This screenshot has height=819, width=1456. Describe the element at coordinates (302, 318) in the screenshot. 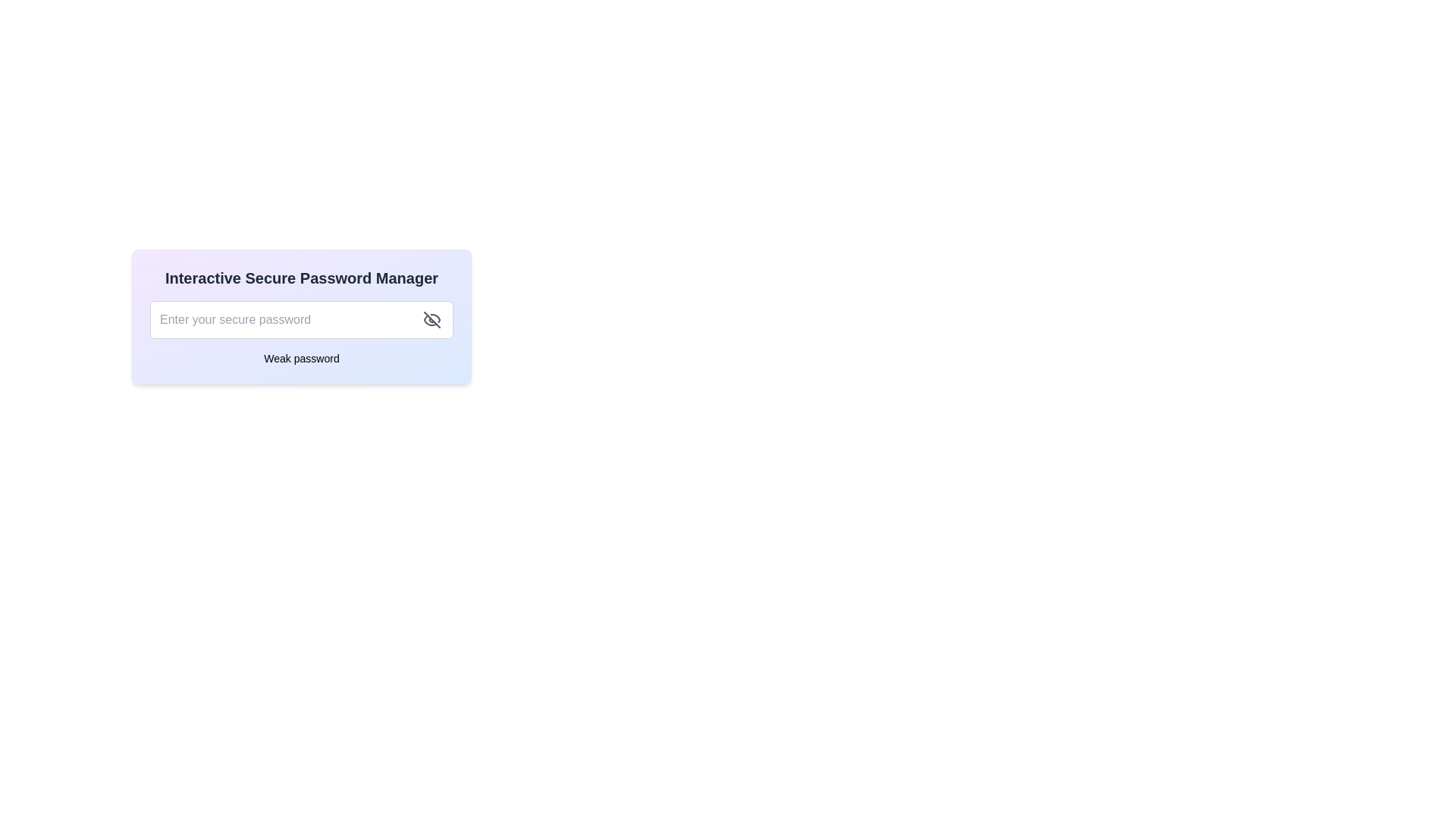

I see `the password input field located within the 'Interactive Secure Password Manager' card to focus on it` at that location.